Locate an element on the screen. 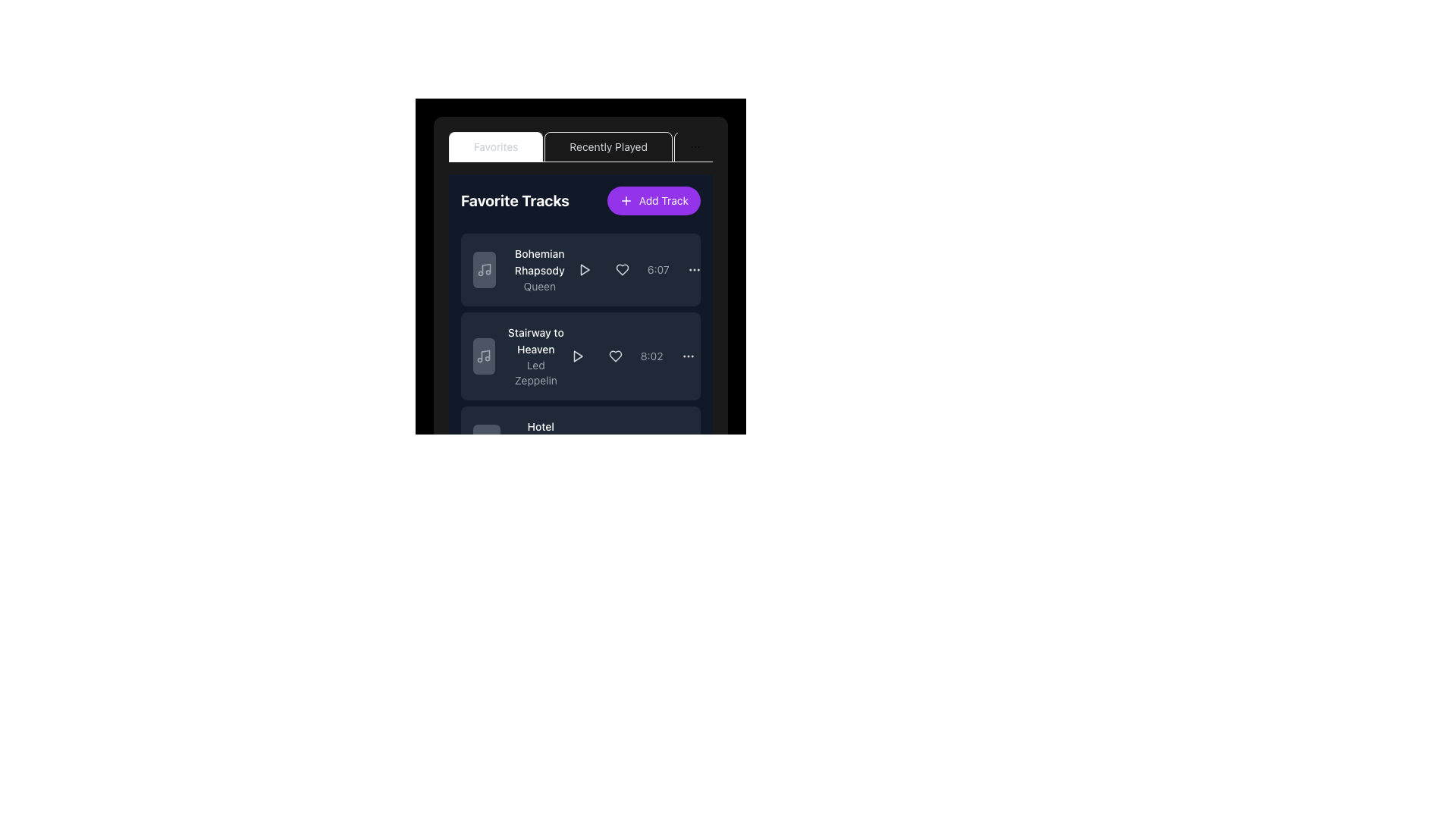 This screenshot has width=1456, height=819. the text label displaying 'Queen', which is a small, gray-colored font located beneath the title 'Bohemian Rhapsody' in the 'Favorite Tracks' section is located at coordinates (539, 287).